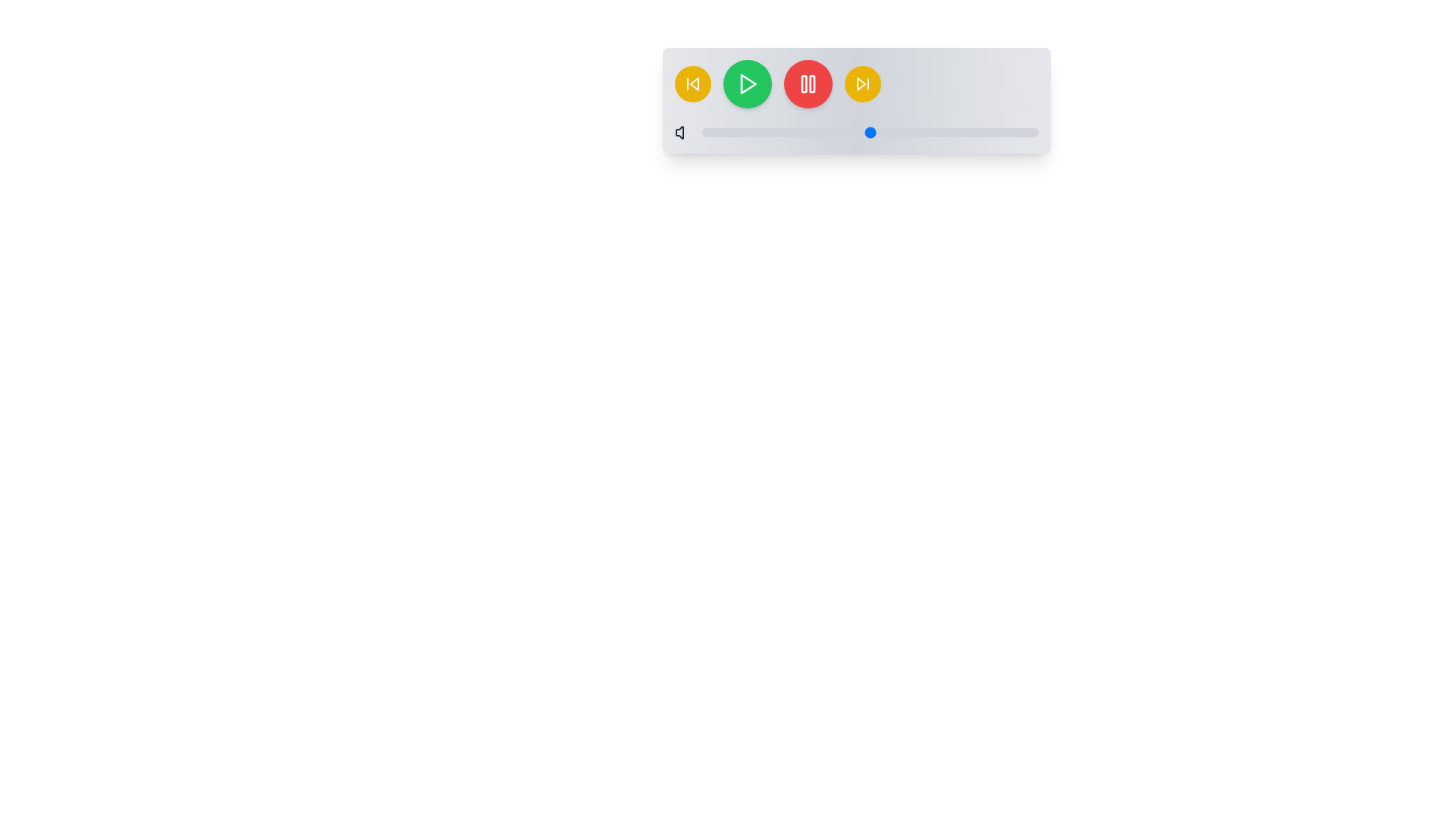  What do you see at coordinates (967, 131) in the screenshot?
I see `the slider position` at bounding box center [967, 131].